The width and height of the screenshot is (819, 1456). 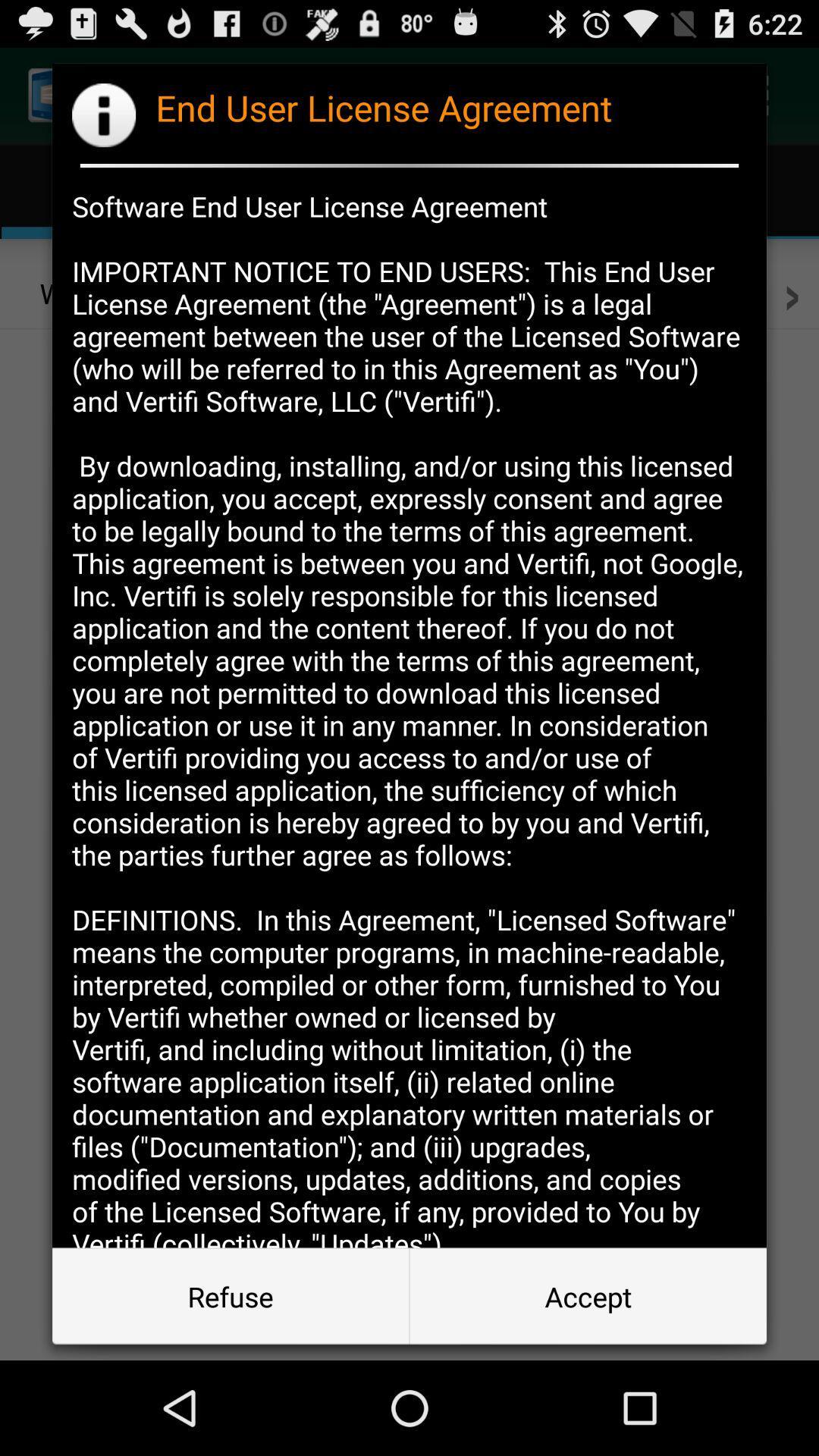 What do you see at coordinates (587, 1295) in the screenshot?
I see `icon at the bottom right corner` at bounding box center [587, 1295].